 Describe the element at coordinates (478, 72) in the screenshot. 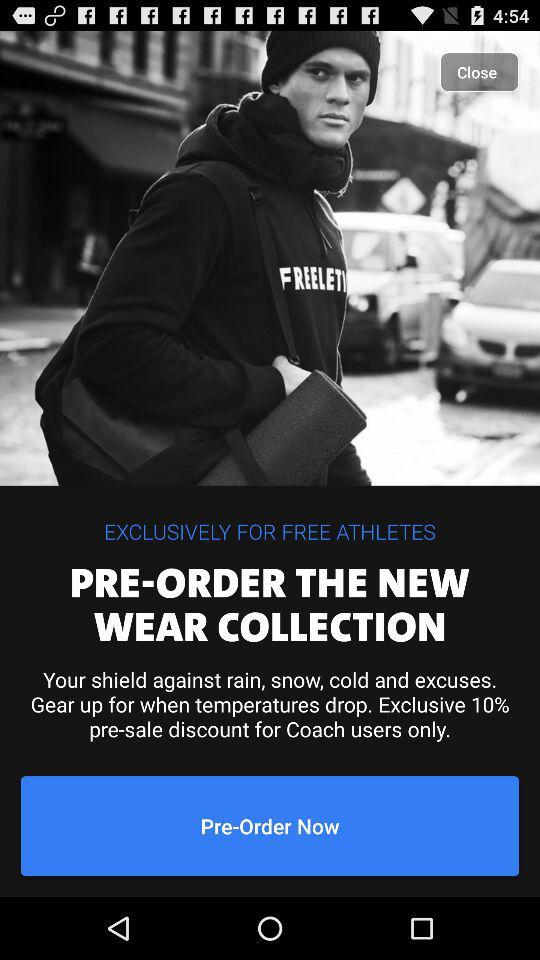

I see `the icon above the exclusively for free` at that location.